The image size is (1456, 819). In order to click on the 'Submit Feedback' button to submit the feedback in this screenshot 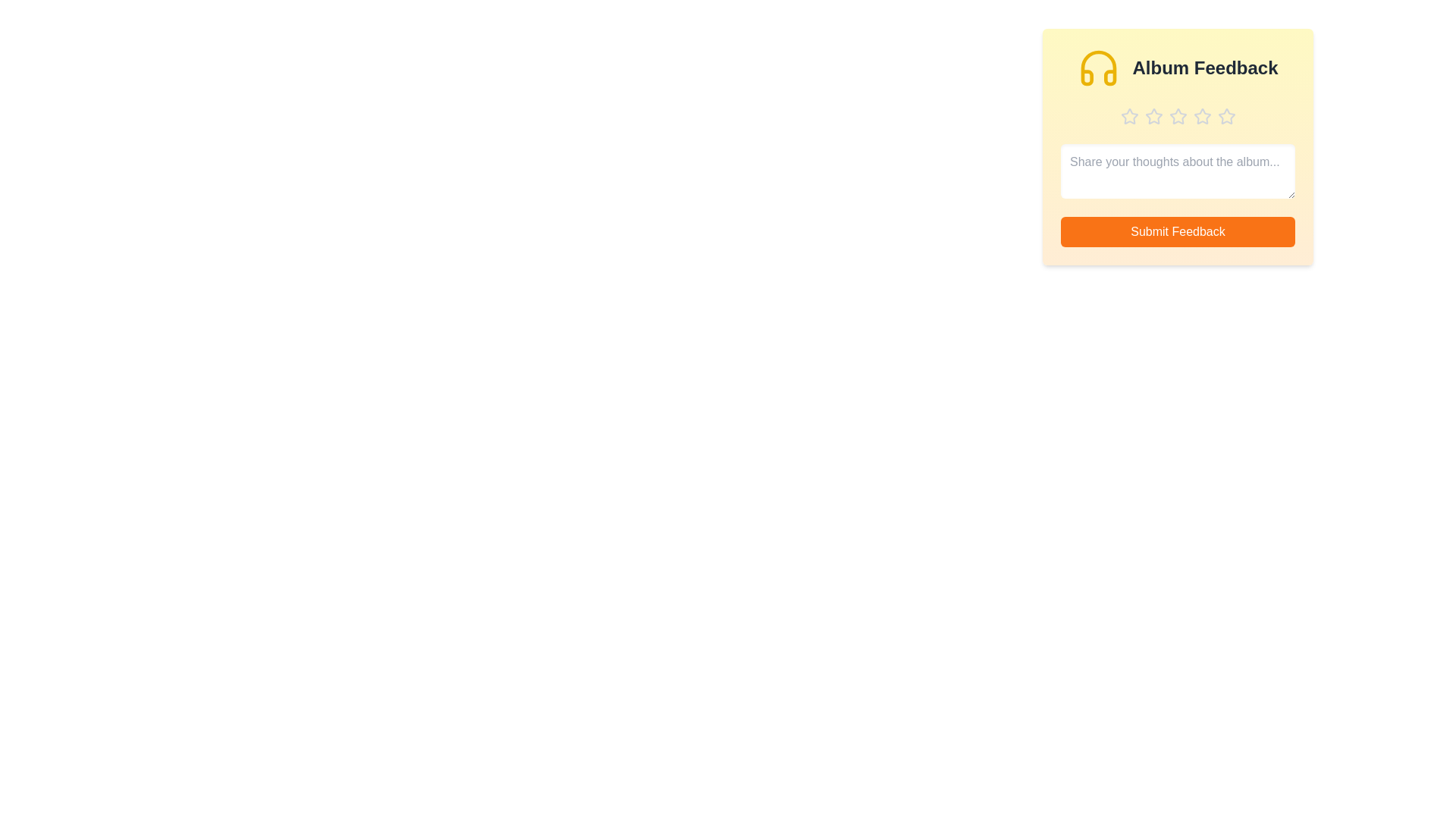, I will do `click(1177, 231)`.